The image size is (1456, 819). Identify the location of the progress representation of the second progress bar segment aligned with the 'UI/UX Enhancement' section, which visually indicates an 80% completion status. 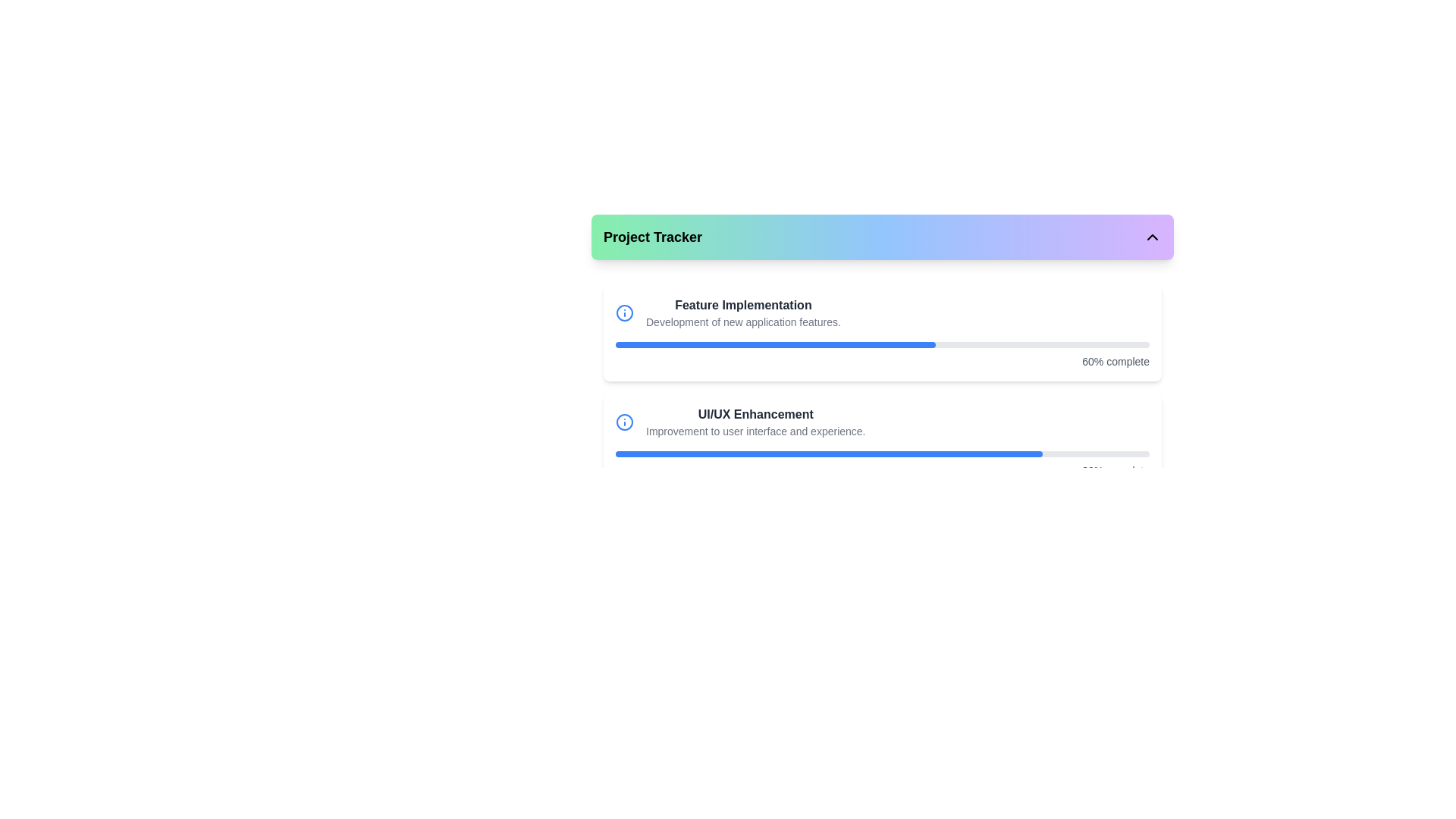
(828, 453).